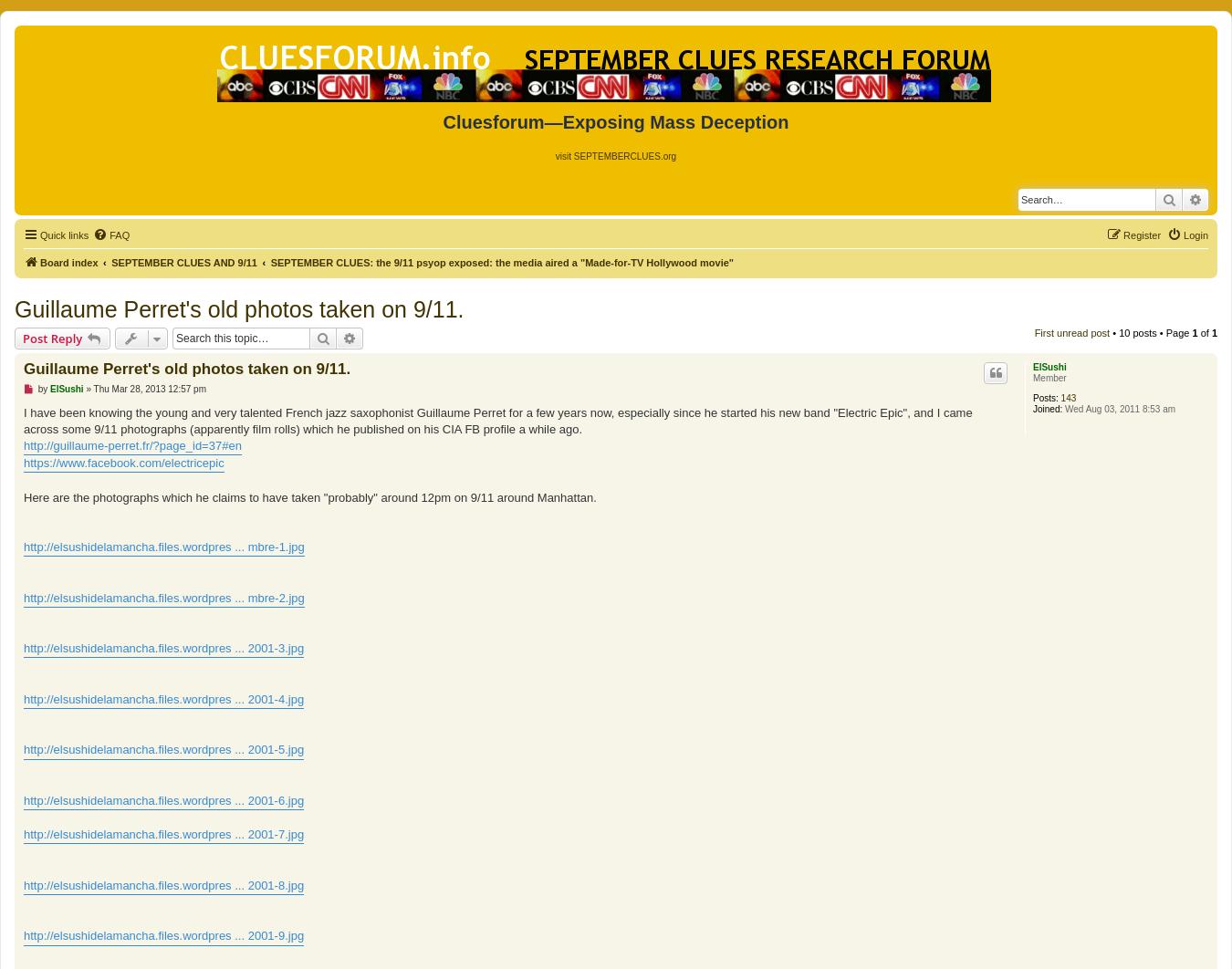 Image resolution: width=1232 pixels, height=969 pixels. What do you see at coordinates (163, 698) in the screenshot?
I see `'http://elsushidelamancha.files.wordpres ... 2001-4.jpg'` at bounding box center [163, 698].